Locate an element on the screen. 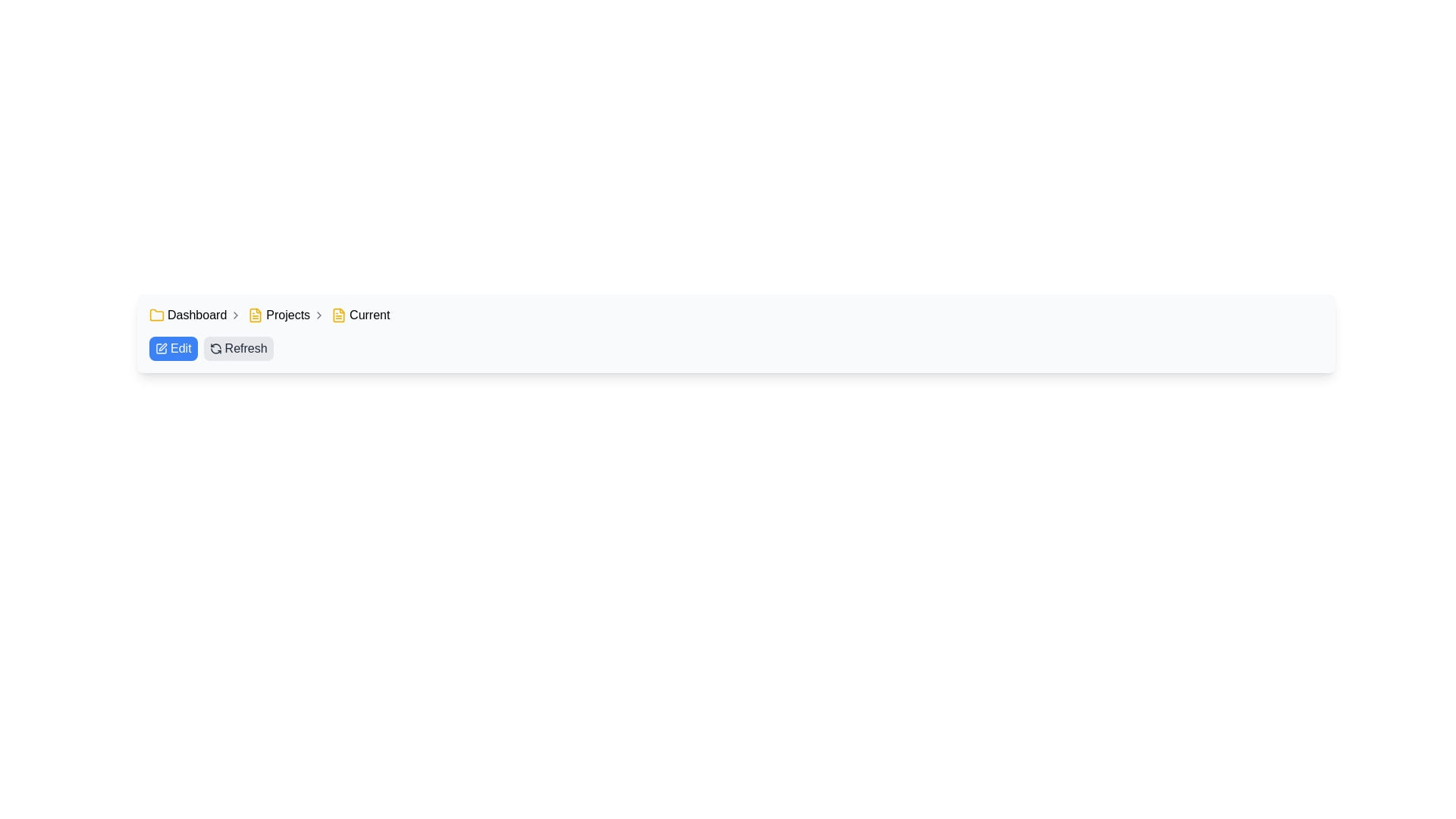  the 'Refresh' button, which is the second button in a horizontal group with a light gray background and a reload icon is located at coordinates (237, 348).